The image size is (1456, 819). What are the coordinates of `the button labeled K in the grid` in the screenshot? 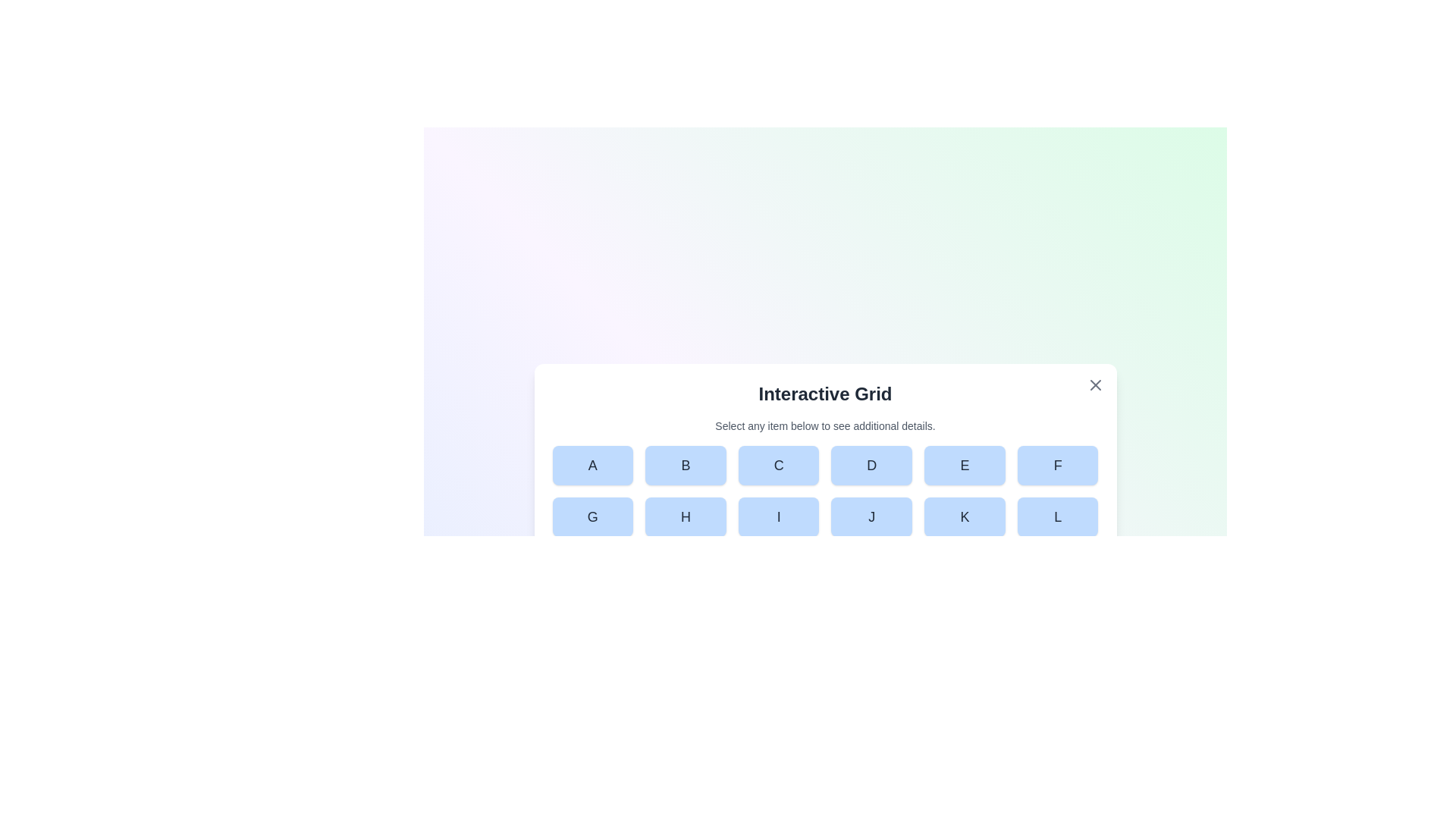 It's located at (964, 516).